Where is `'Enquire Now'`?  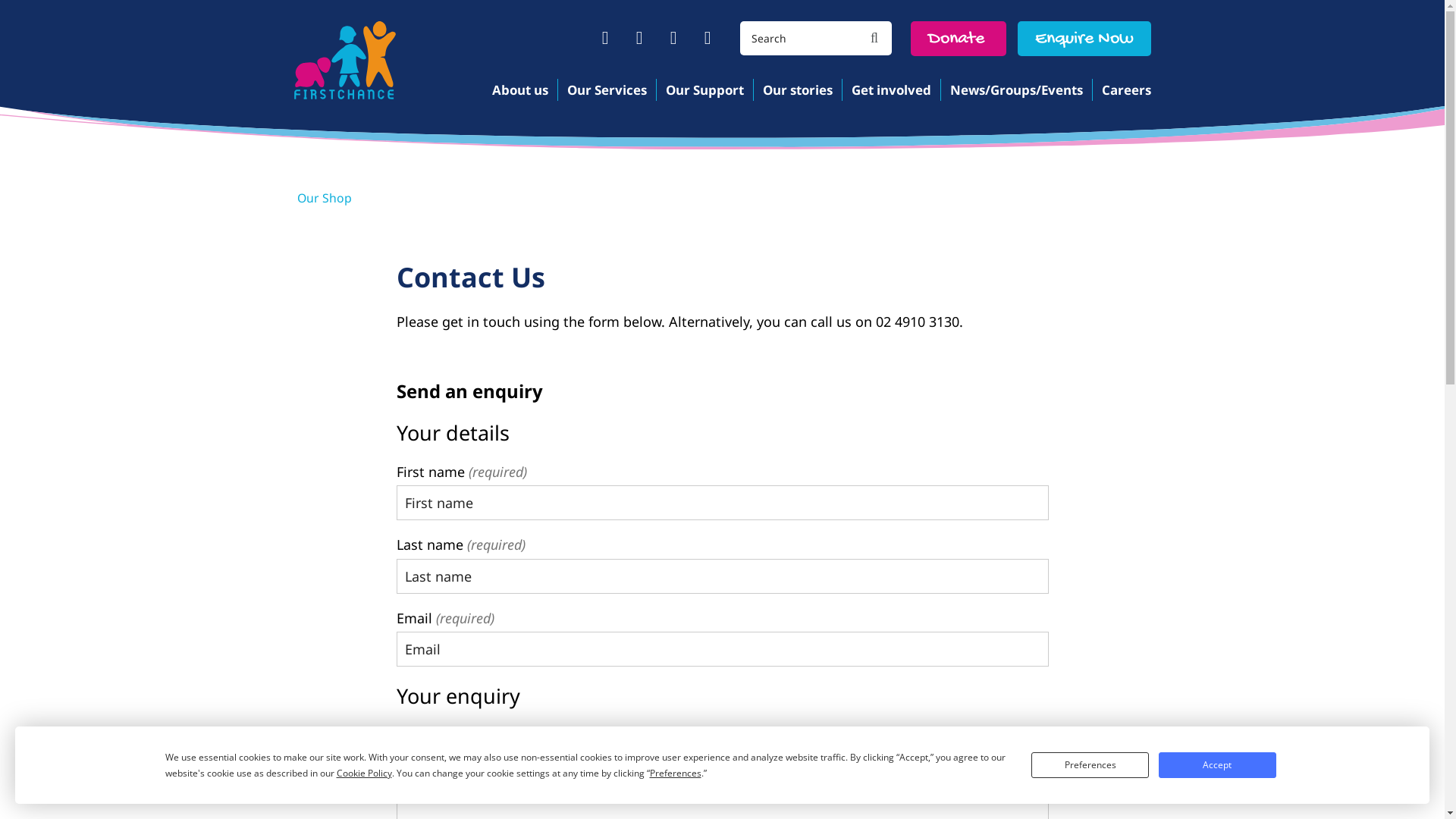 'Enquire Now' is located at coordinates (1084, 37).